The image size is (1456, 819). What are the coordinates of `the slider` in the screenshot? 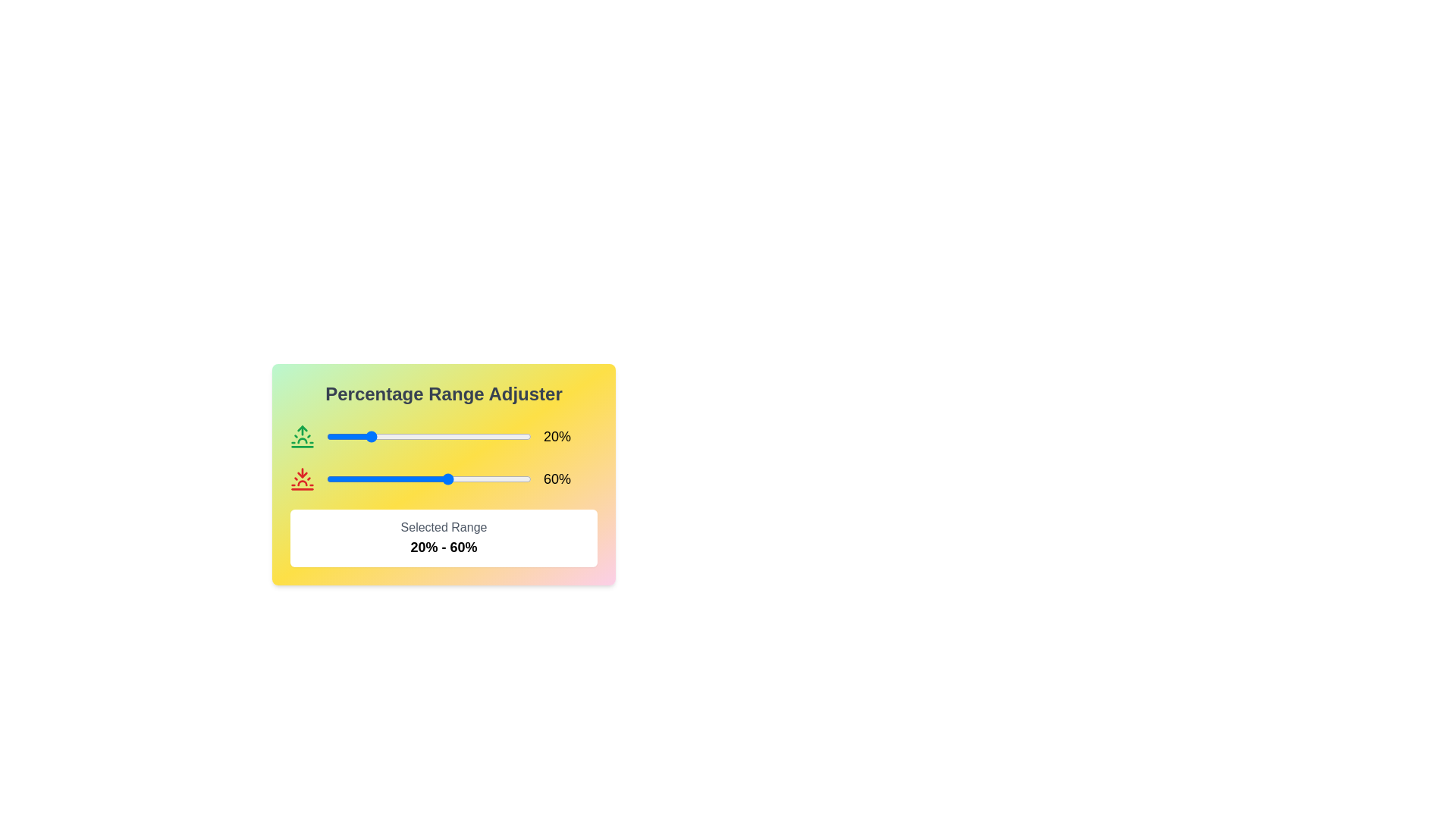 It's located at (419, 436).